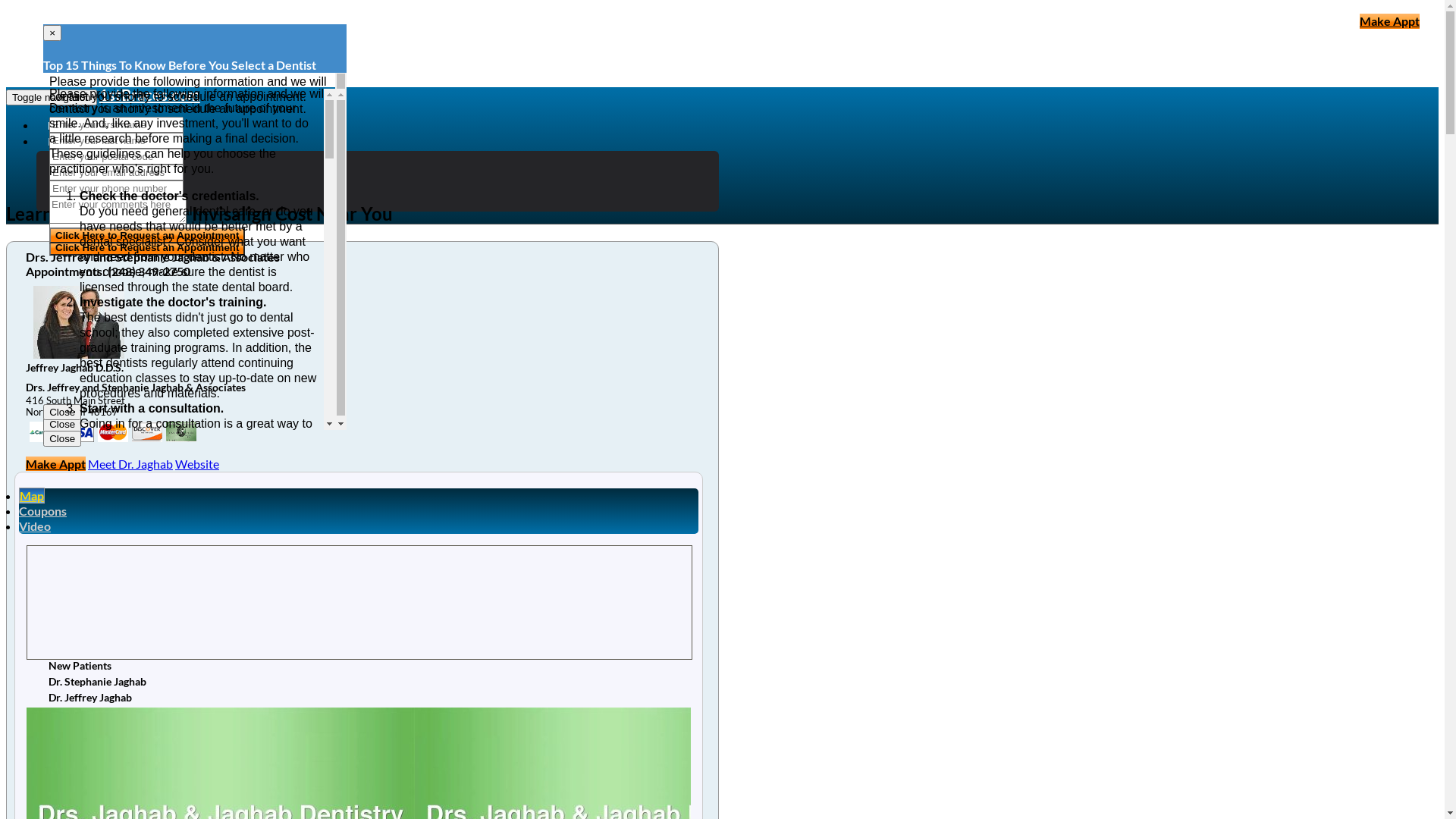 This screenshot has height=819, width=1456. Describe the element at coordinates (6, 97) in the screenshot. I see `'Toggle navigation'` at that location.